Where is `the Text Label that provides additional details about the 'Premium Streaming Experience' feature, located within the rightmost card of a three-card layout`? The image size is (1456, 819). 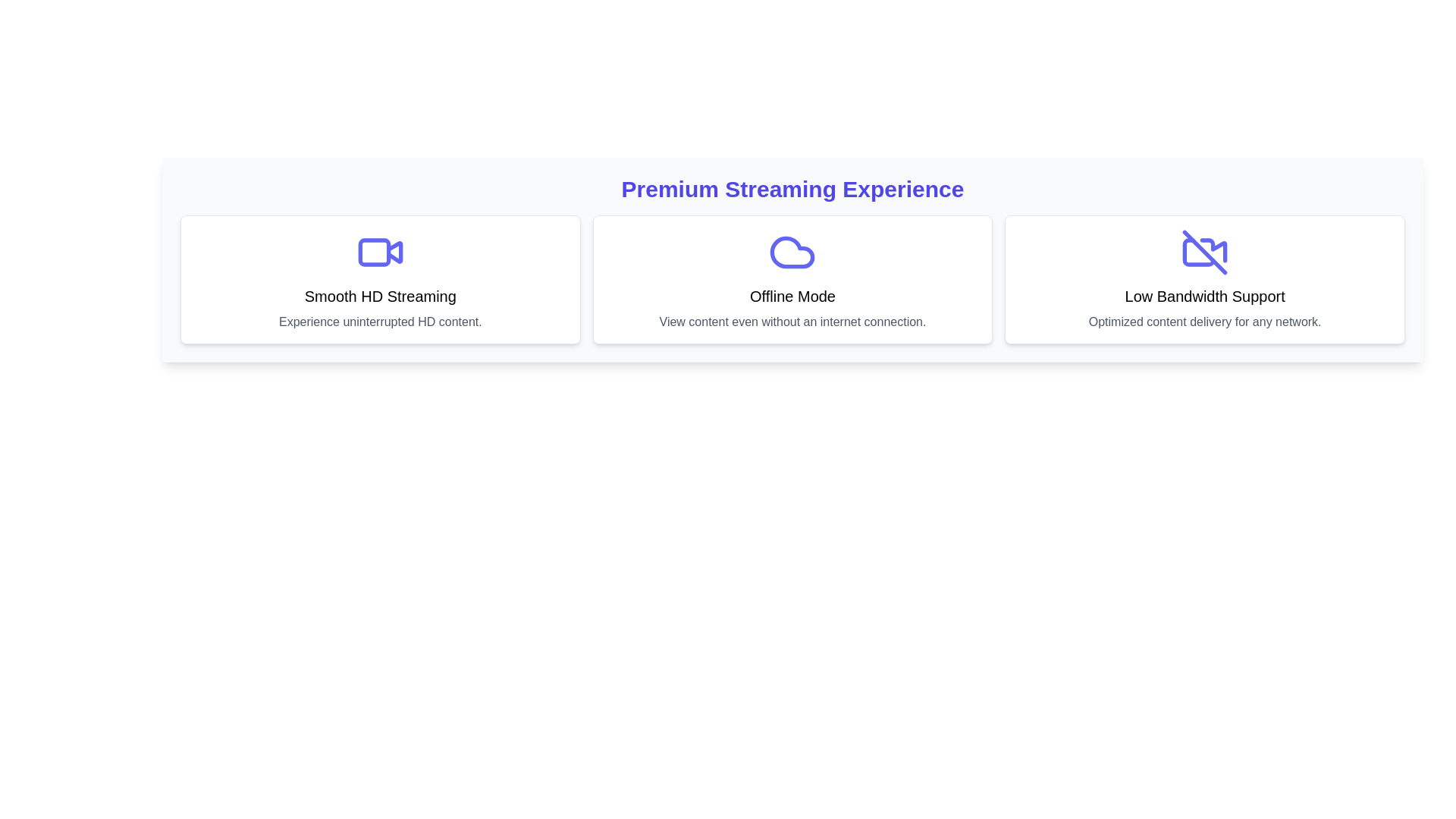 the Text Label that provides additional details about the 'Premium Streaming Experience' feature, located within the rightmost card of a three-card layout is located at coordinates (1204, 321).